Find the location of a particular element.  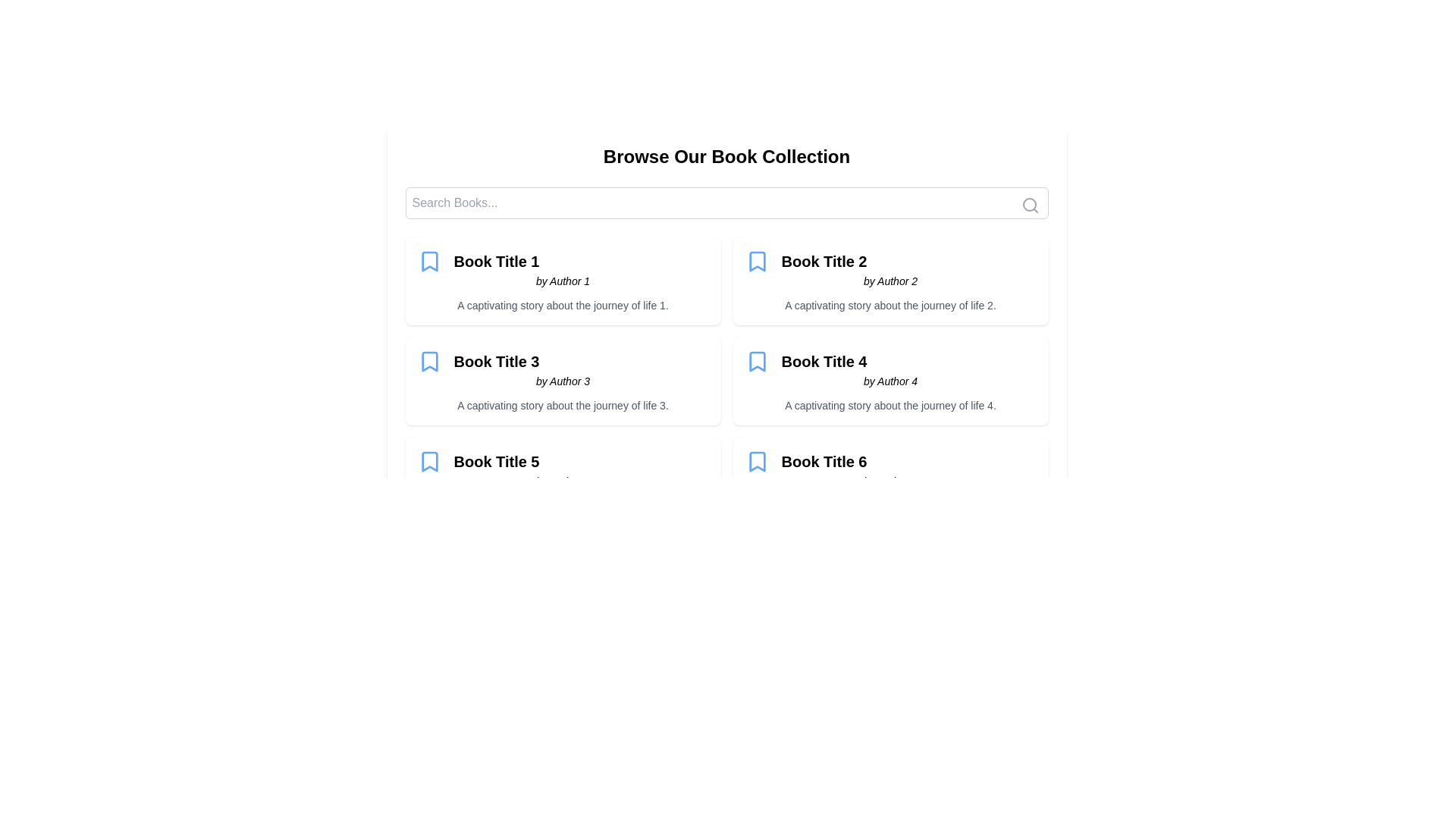

the bookmark icon located to the left of the text 'Book Title 4' is located at coordinates (757, 362).